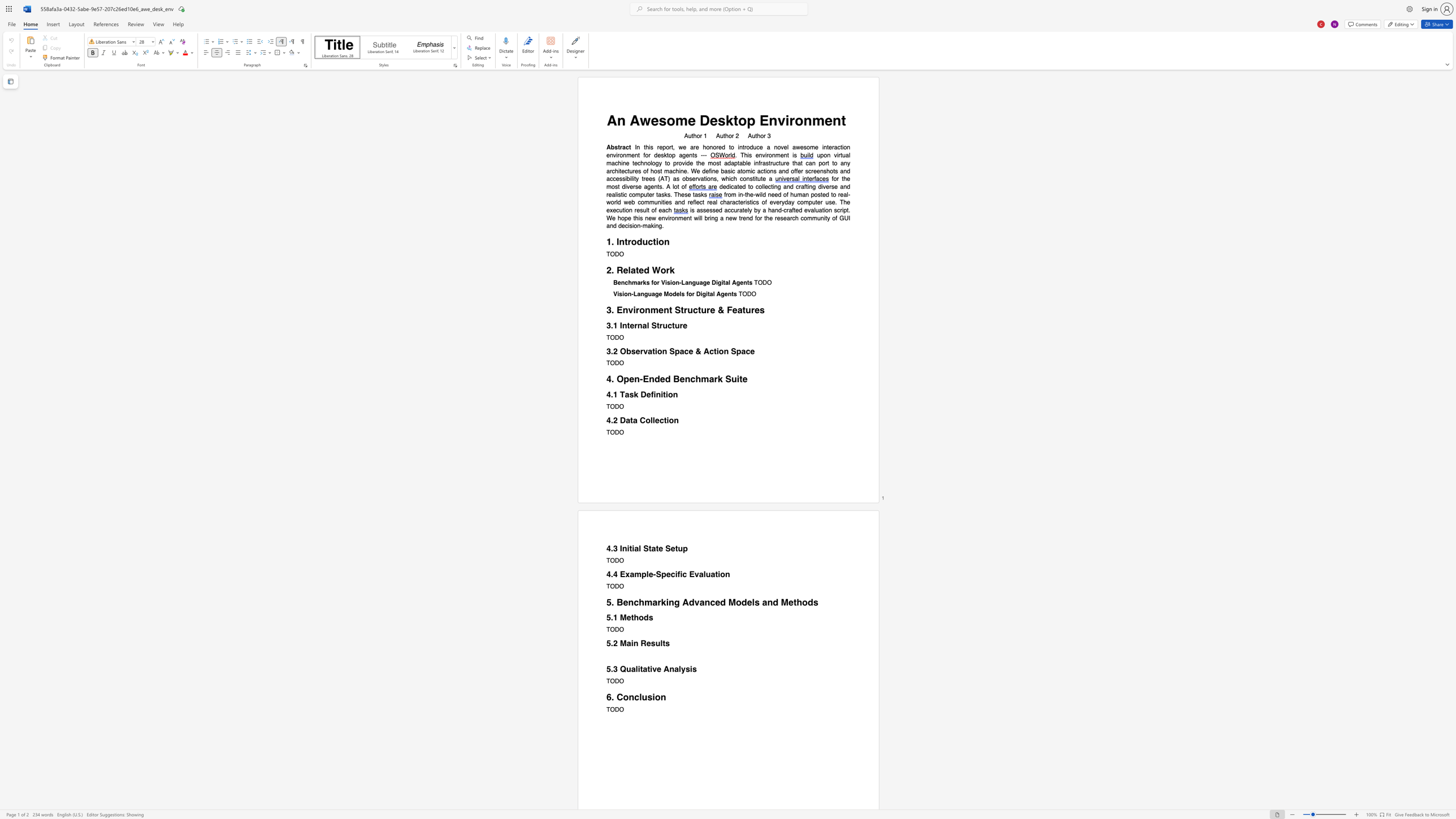 The image size is (1456, 819). I want to click on the subset text "nitial St" within the text "4.3 Initial State Setup", so click(622, 548).